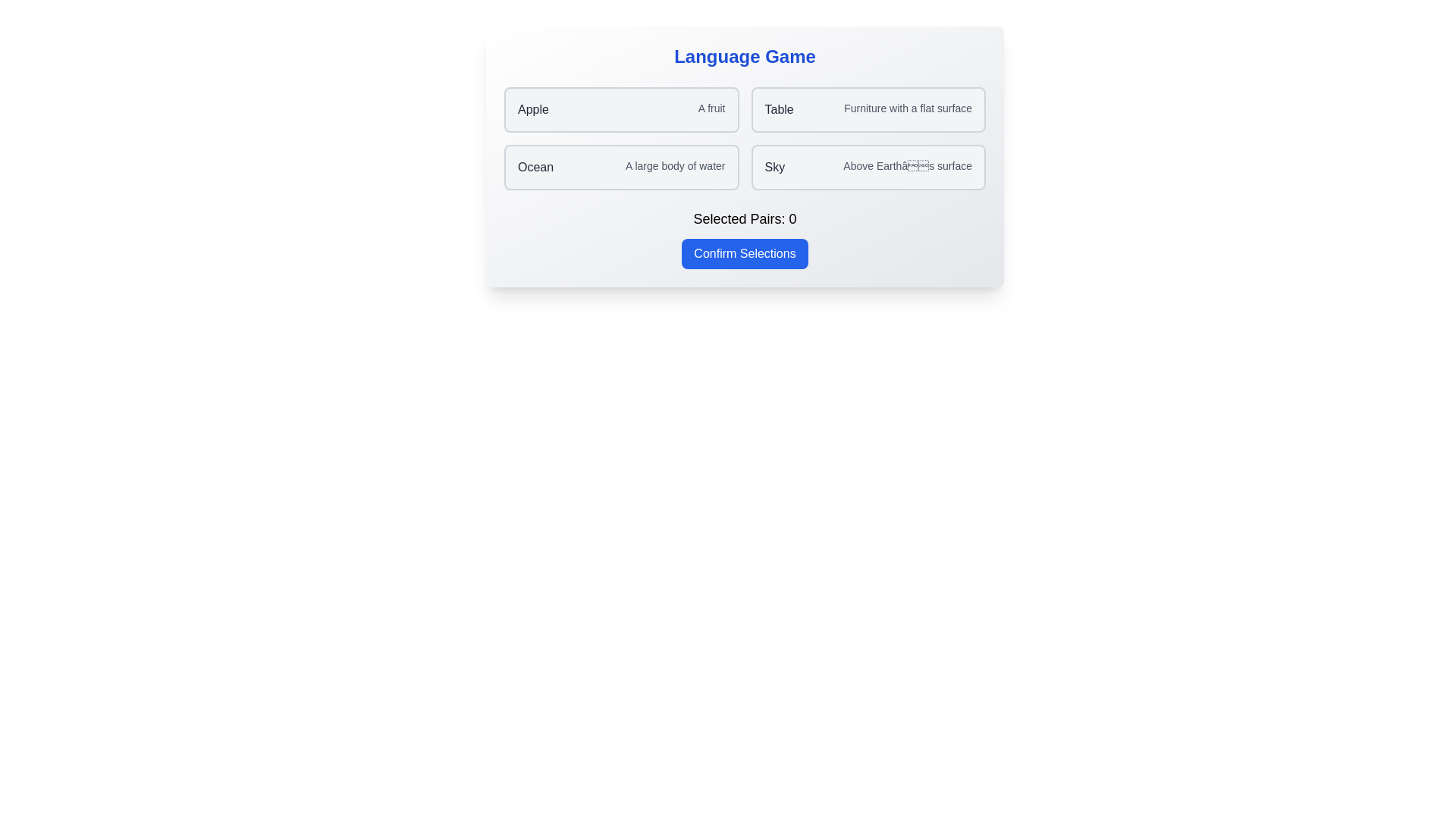  Describe the element at coordinates (621, 109) in the screenshot. I see `the word-definition pair Apple - A fruit` at that location.